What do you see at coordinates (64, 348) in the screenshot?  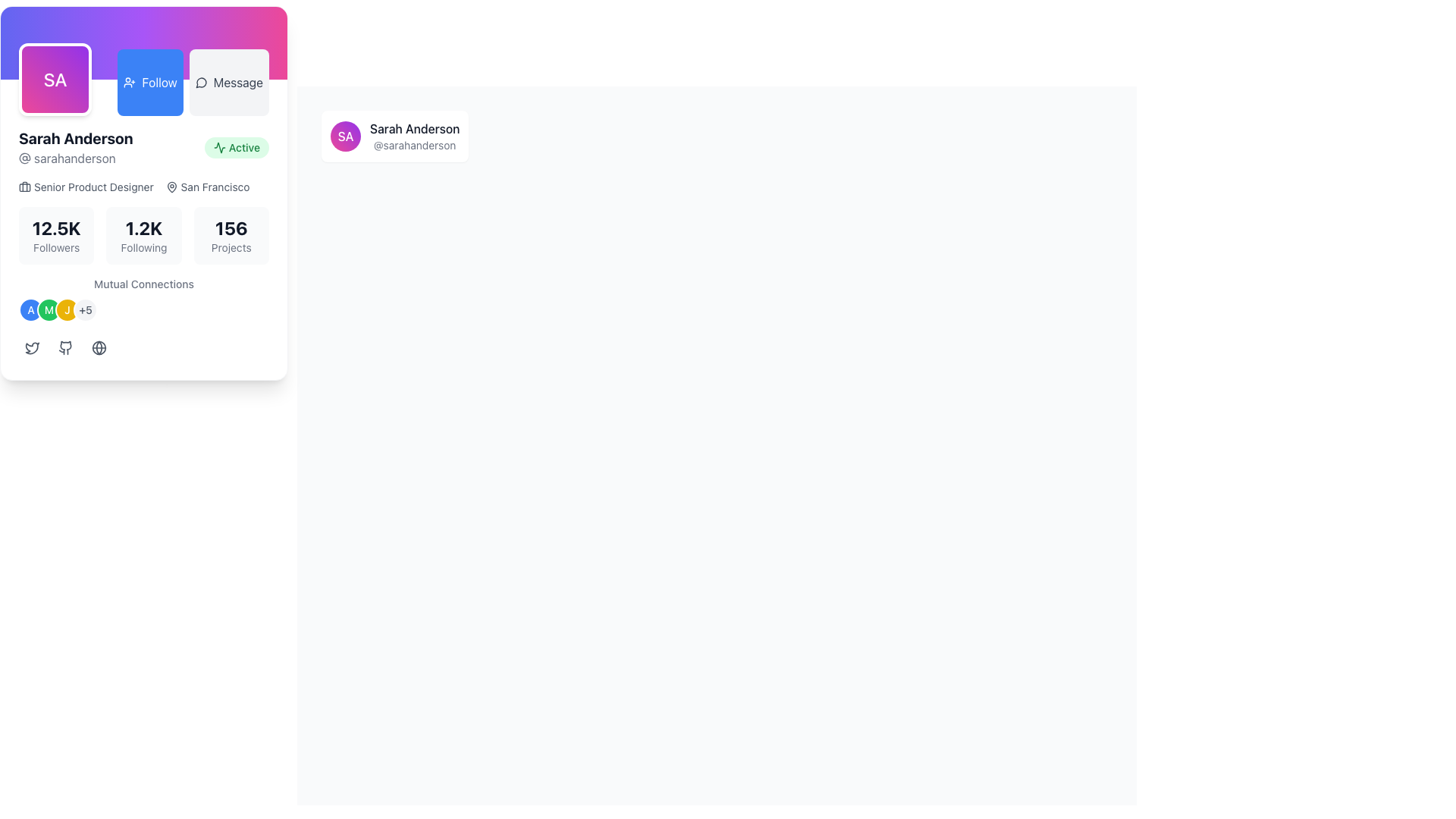 I see `the GitHub icon button located below the 'Mutual Connections' section, which is the second icon in the group of icons` at bounding box center [64, 348].